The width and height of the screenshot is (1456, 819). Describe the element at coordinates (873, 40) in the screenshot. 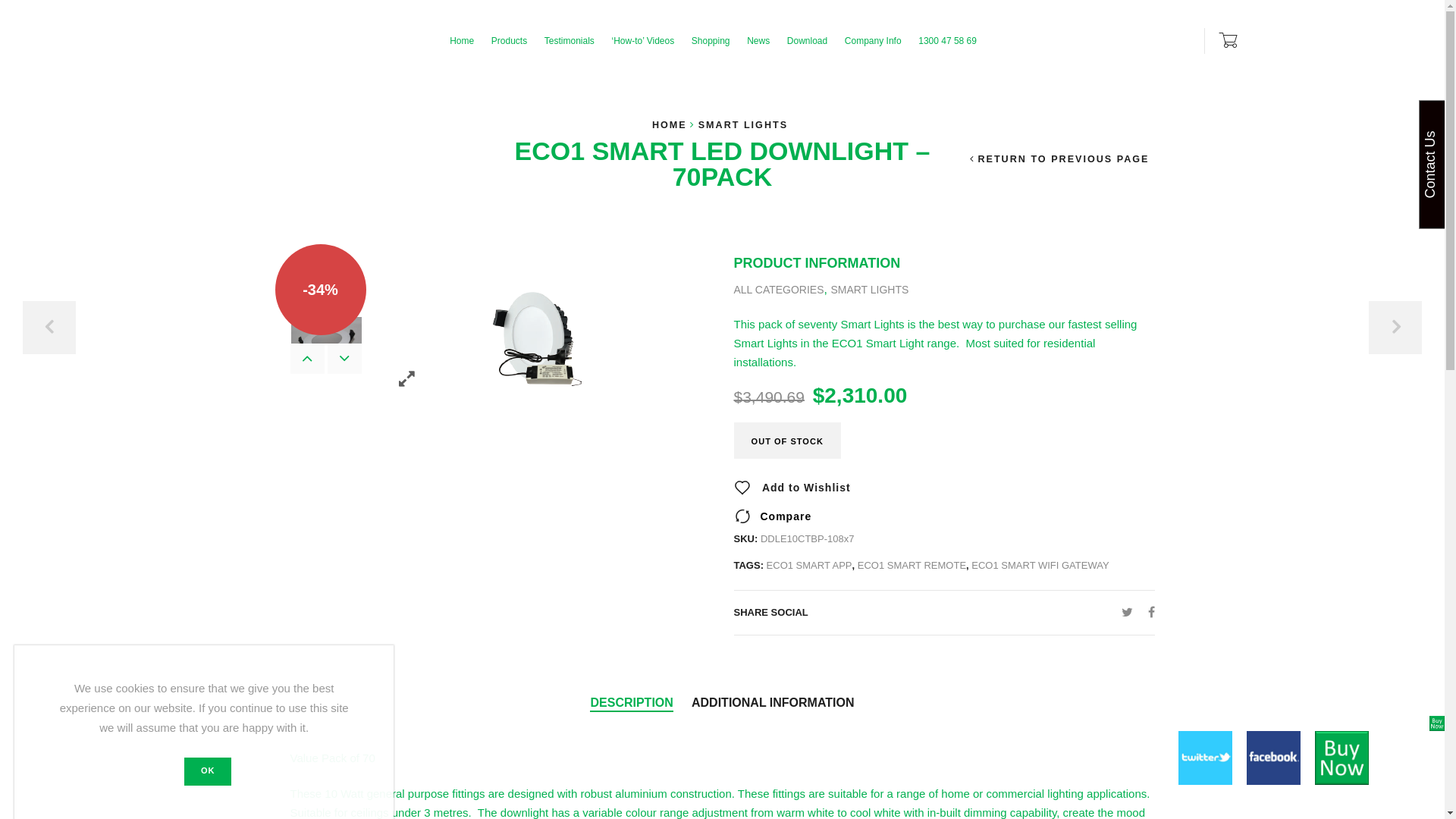

I see `'Company Info'` at that location.